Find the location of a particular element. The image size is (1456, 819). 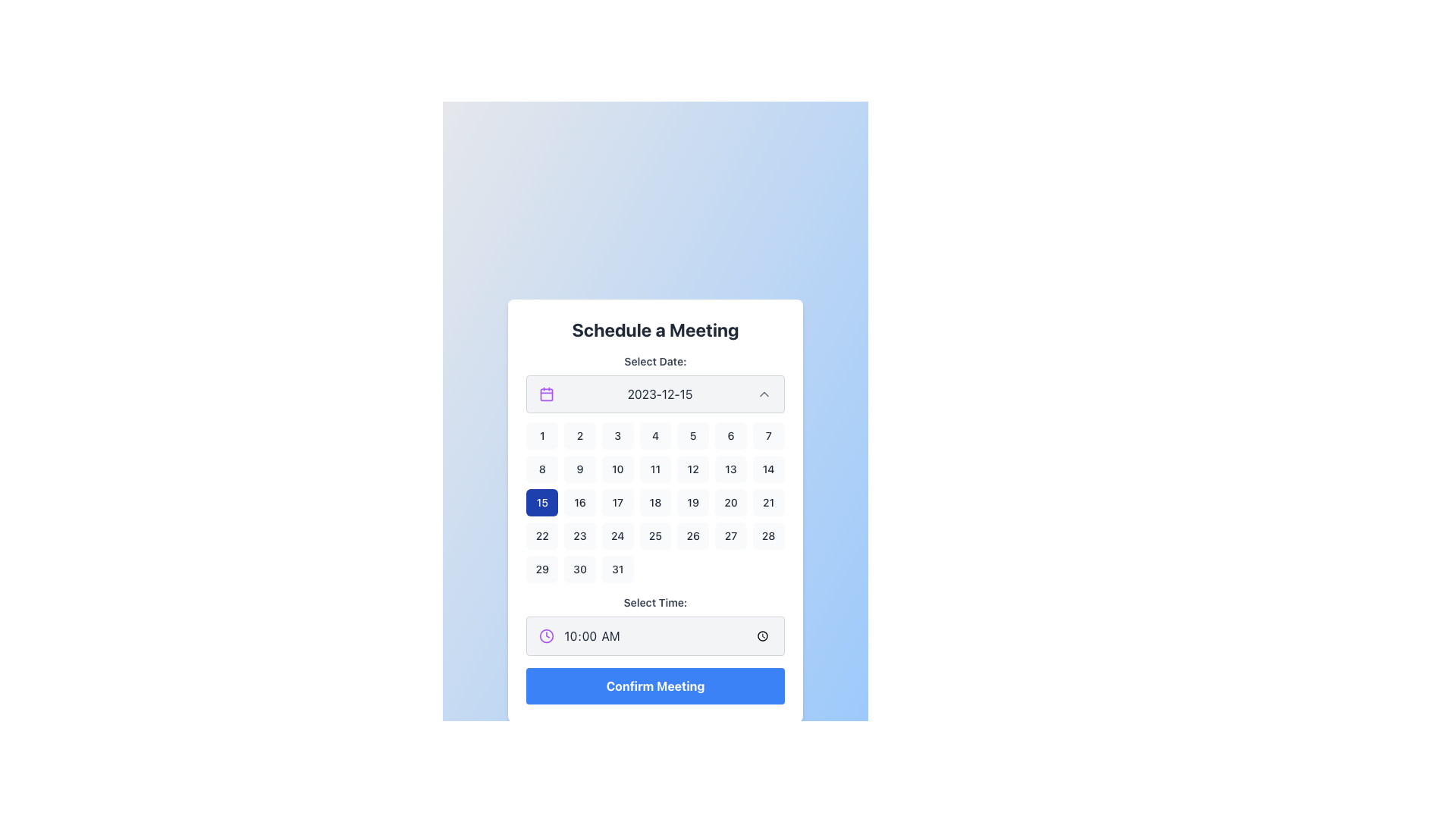

the selectable day button '3' in the calendar interface is located at coordinates (617, 435).